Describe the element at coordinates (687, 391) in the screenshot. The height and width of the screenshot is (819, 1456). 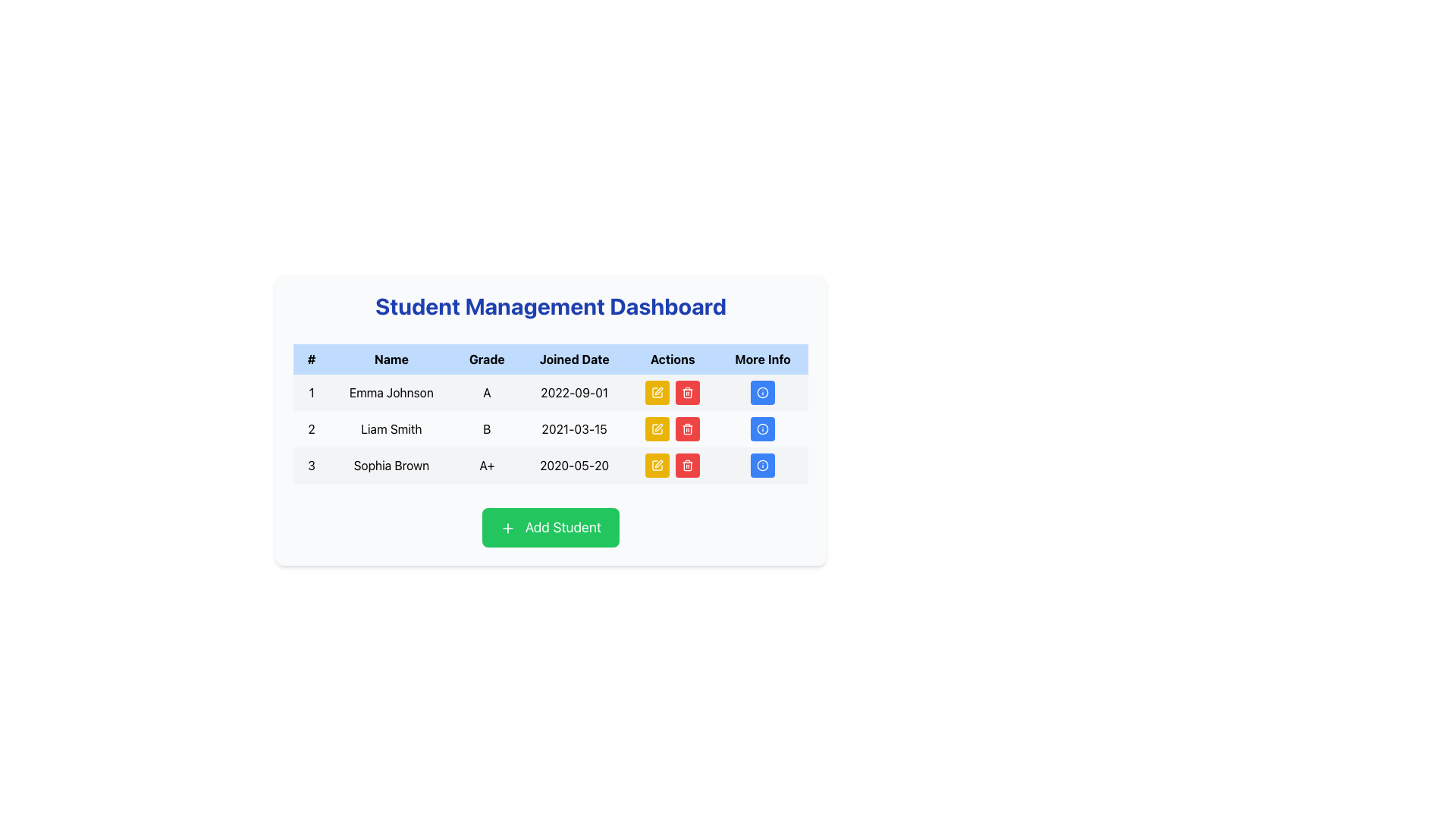
I see `the red trash icon inside the 'Actions' column of the third row in the student management table` at that location.